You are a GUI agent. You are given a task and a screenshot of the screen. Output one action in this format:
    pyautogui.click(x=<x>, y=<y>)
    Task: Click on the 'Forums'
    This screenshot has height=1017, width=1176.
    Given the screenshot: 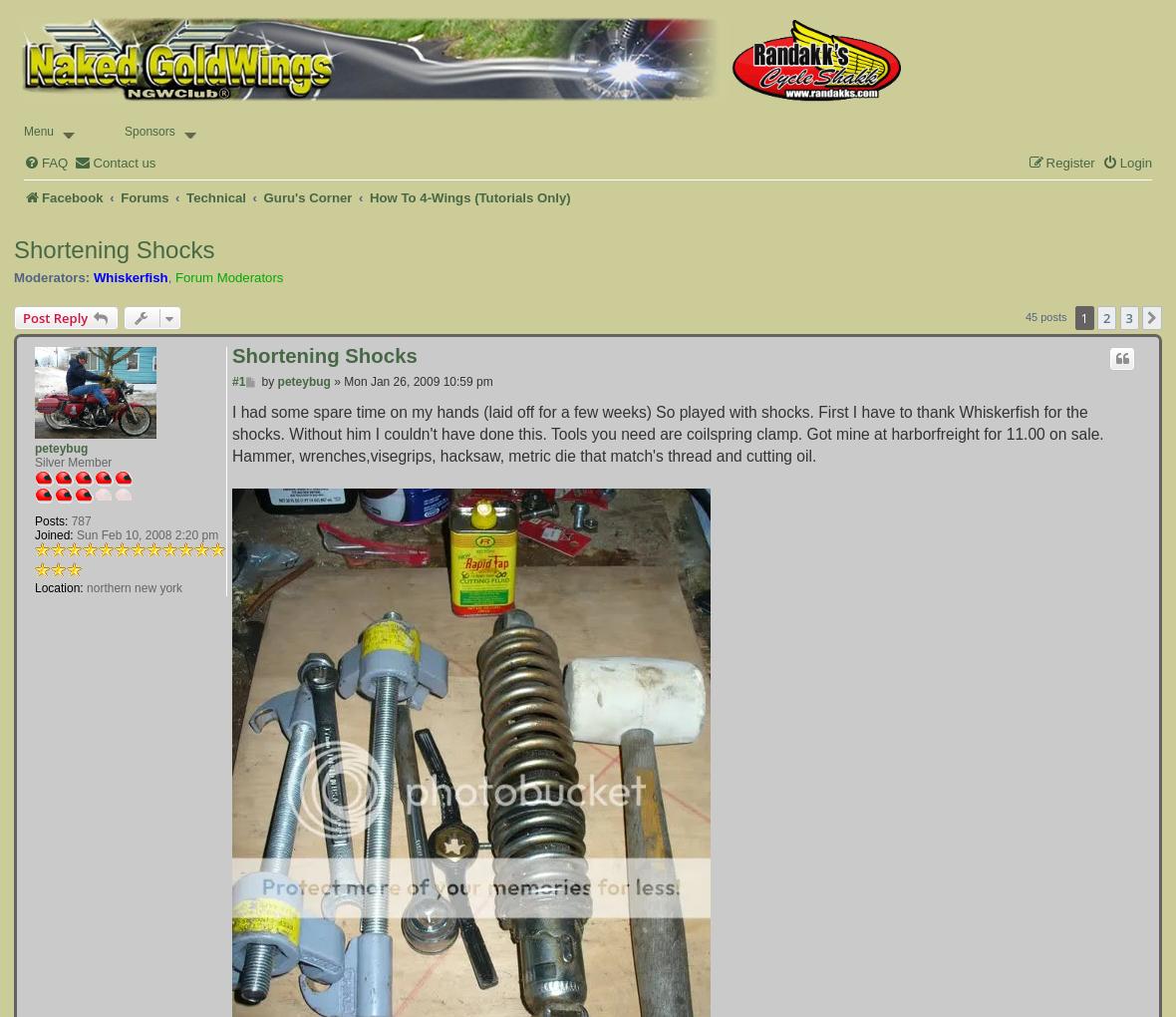 What is the action you would take?
    pyautogui.click(x=144, y=195)
    